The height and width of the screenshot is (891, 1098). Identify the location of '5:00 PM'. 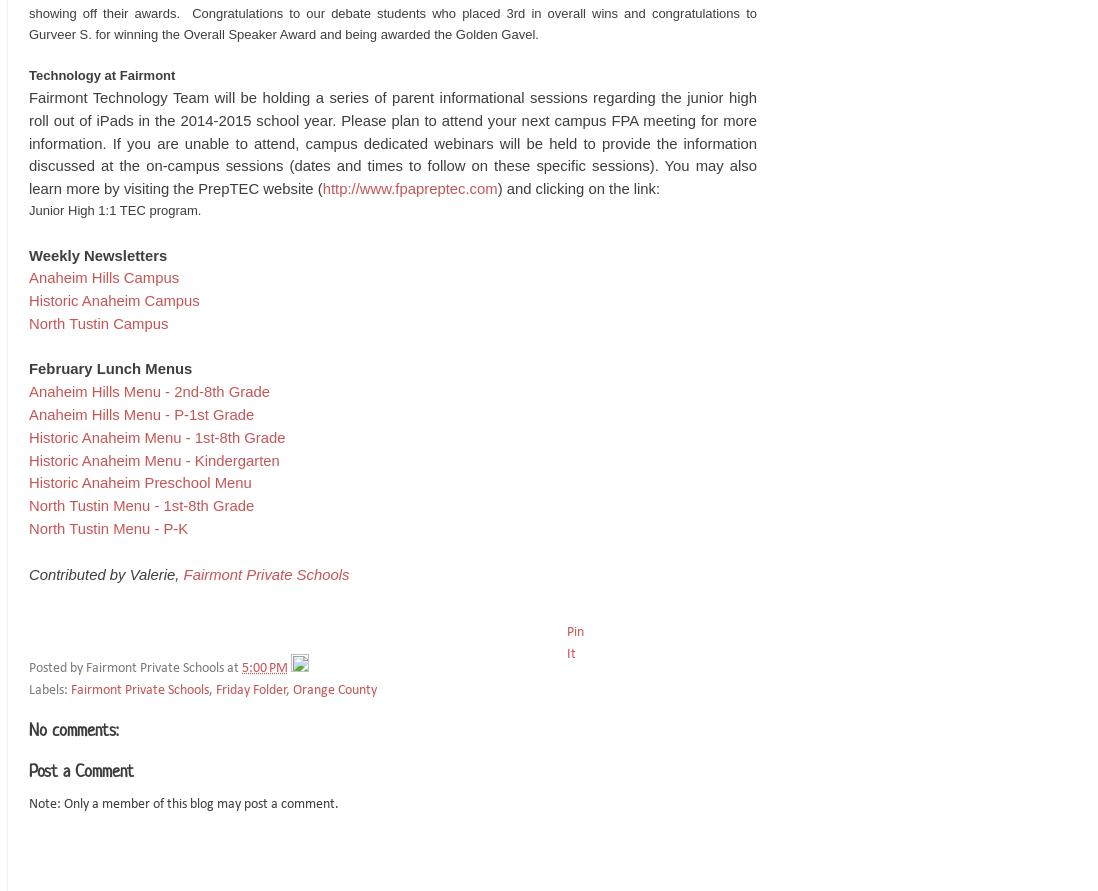
(263, 667).